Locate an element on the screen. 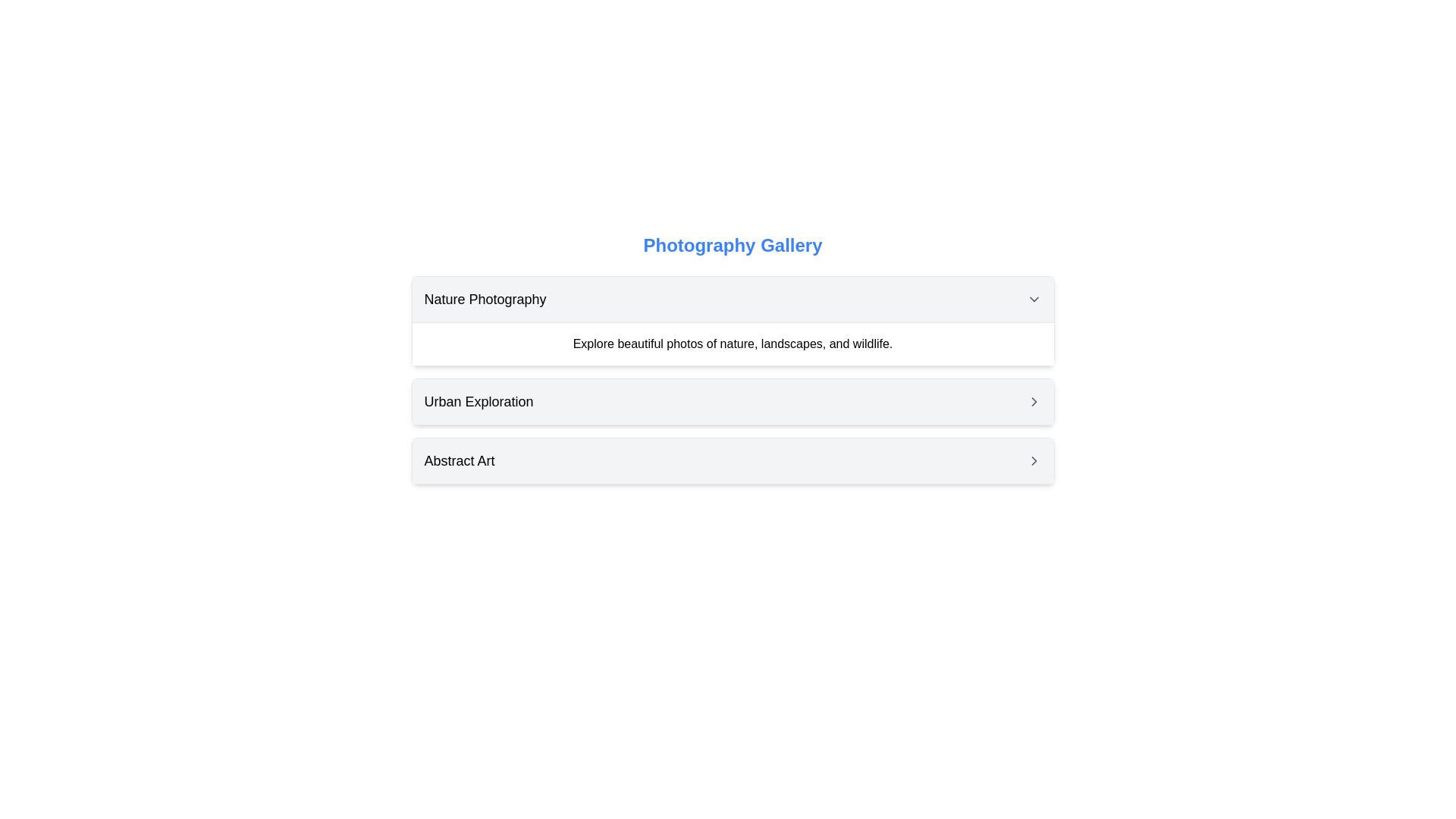 The image size is (1456, 819). the third button in the 'Photography Gallery' section, which represents the 'Abstract Art' selectable item, to trigger a visual hover effect is located at coordinates (733, 460).